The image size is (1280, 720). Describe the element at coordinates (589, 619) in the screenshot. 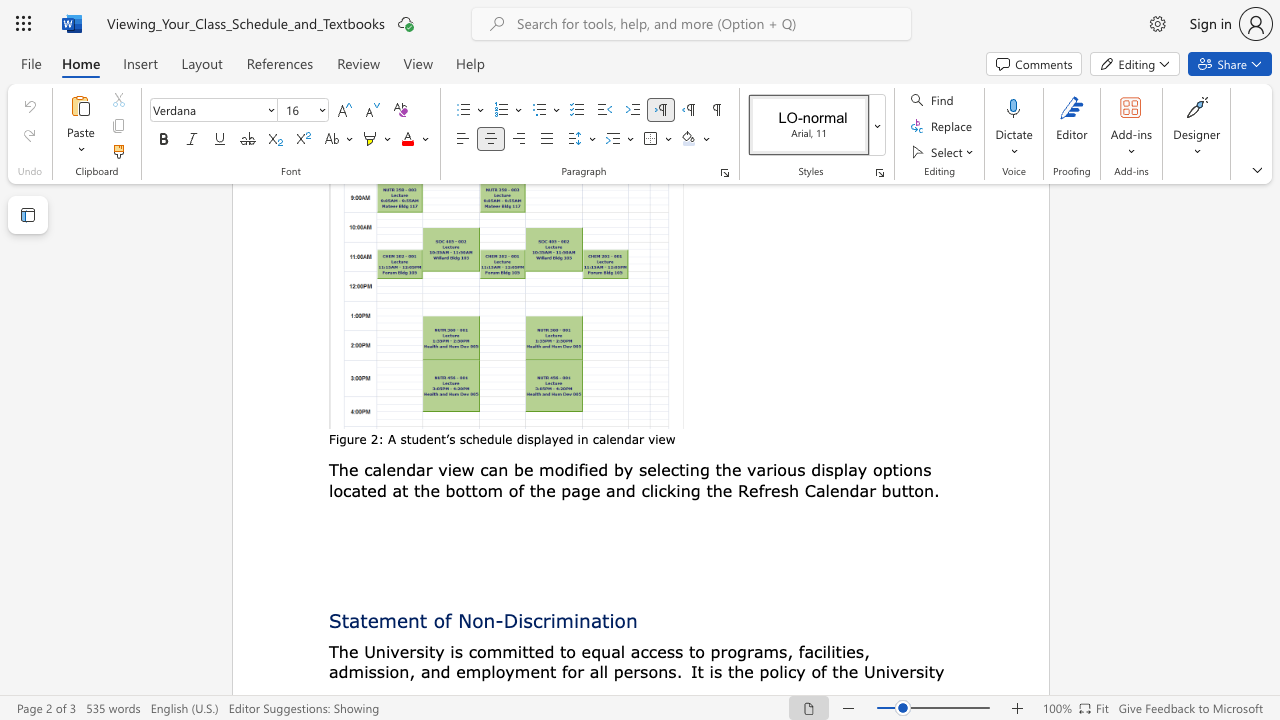

I see `the subset text "ation" within the text "Statement of Non-Discrimination"` at that location.